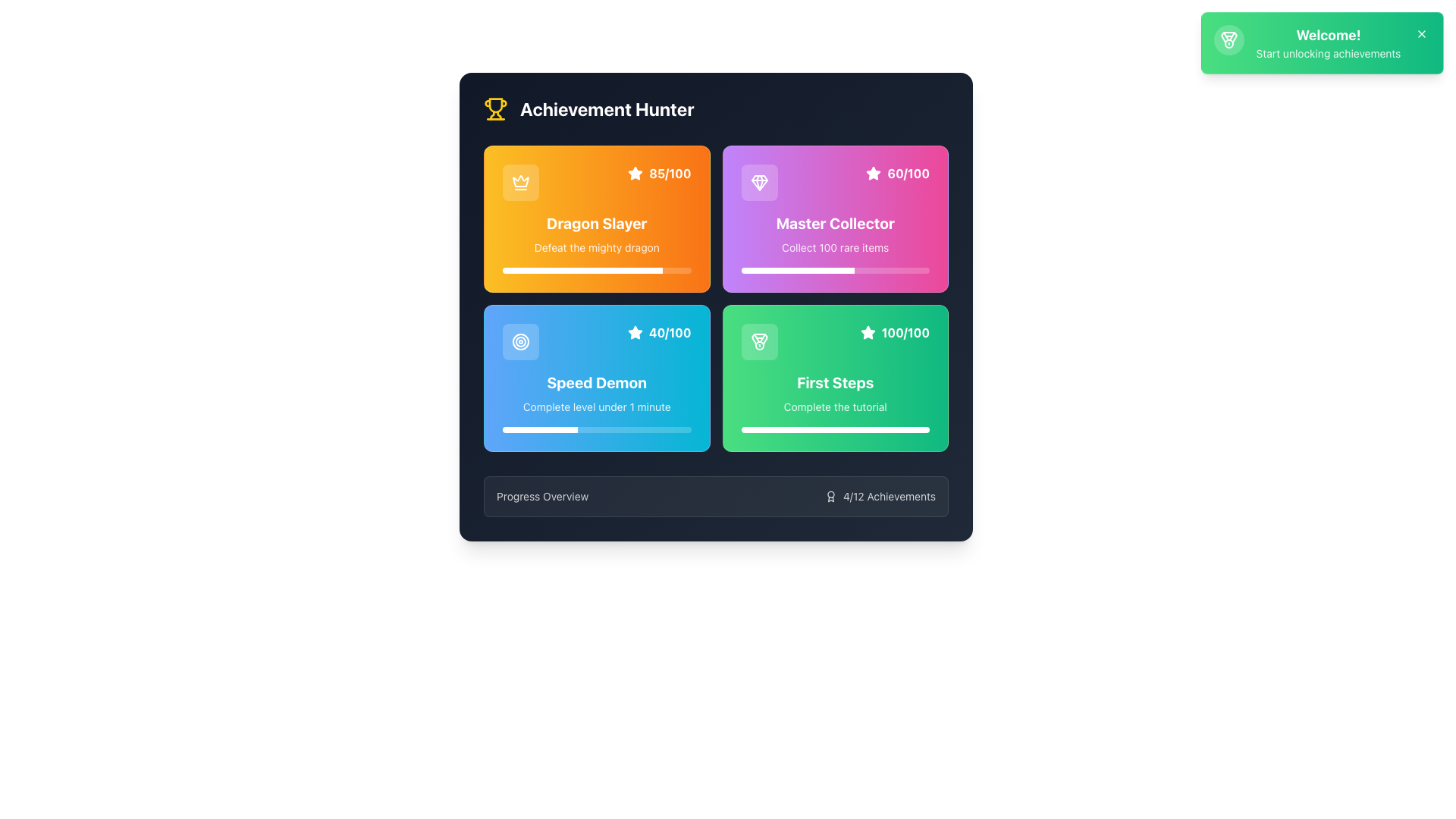  What do you see at coordinates (1321, 42) in the screenshot?
I see `the informational banner located in the top-right corner of the interface, which provides initial instructions and encouragement regarding achievements` at bounding box center [1321, 42].